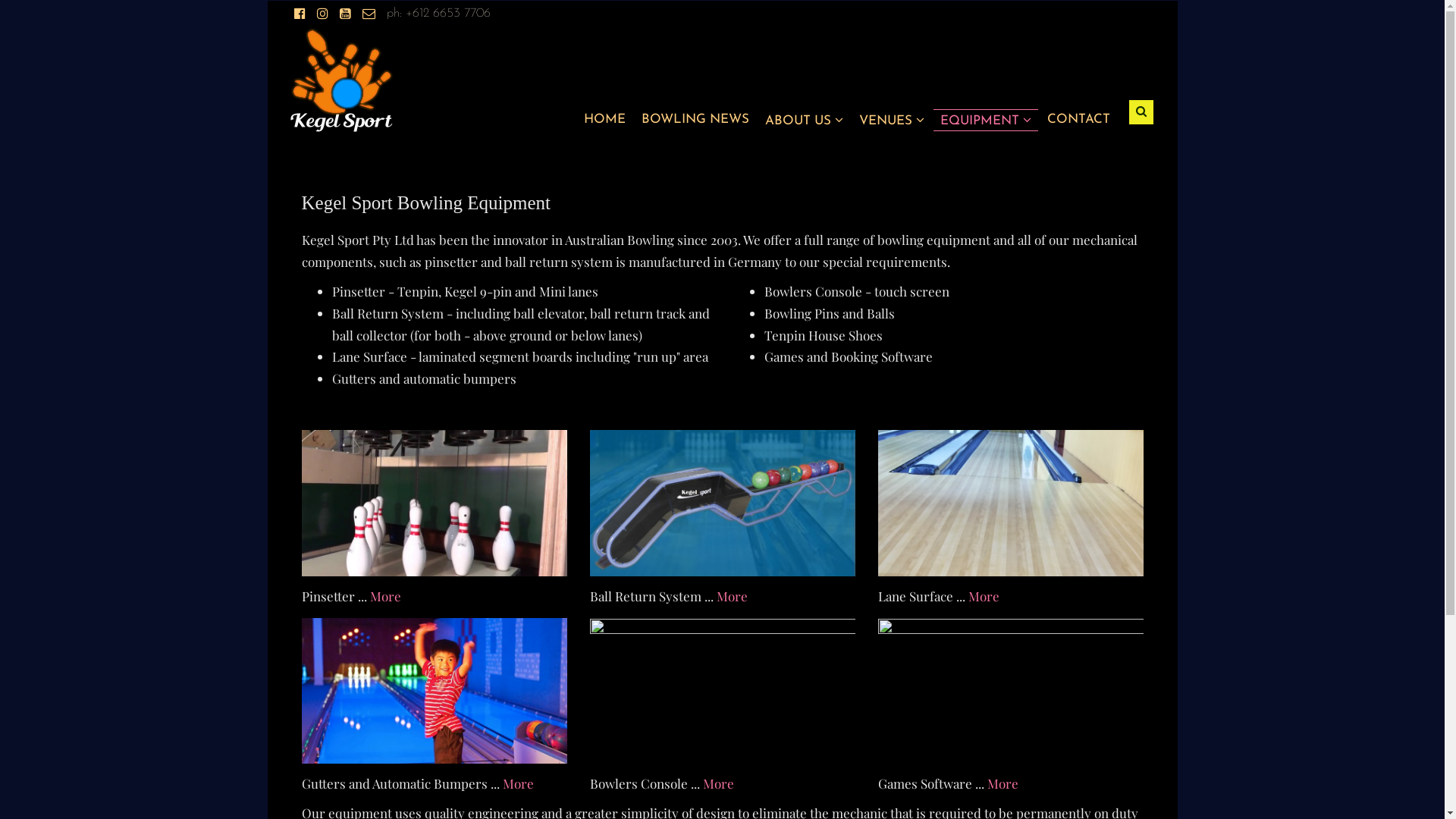 This screenshot has width=1456, height=819. I want to click on 'More', so click(987, 783).